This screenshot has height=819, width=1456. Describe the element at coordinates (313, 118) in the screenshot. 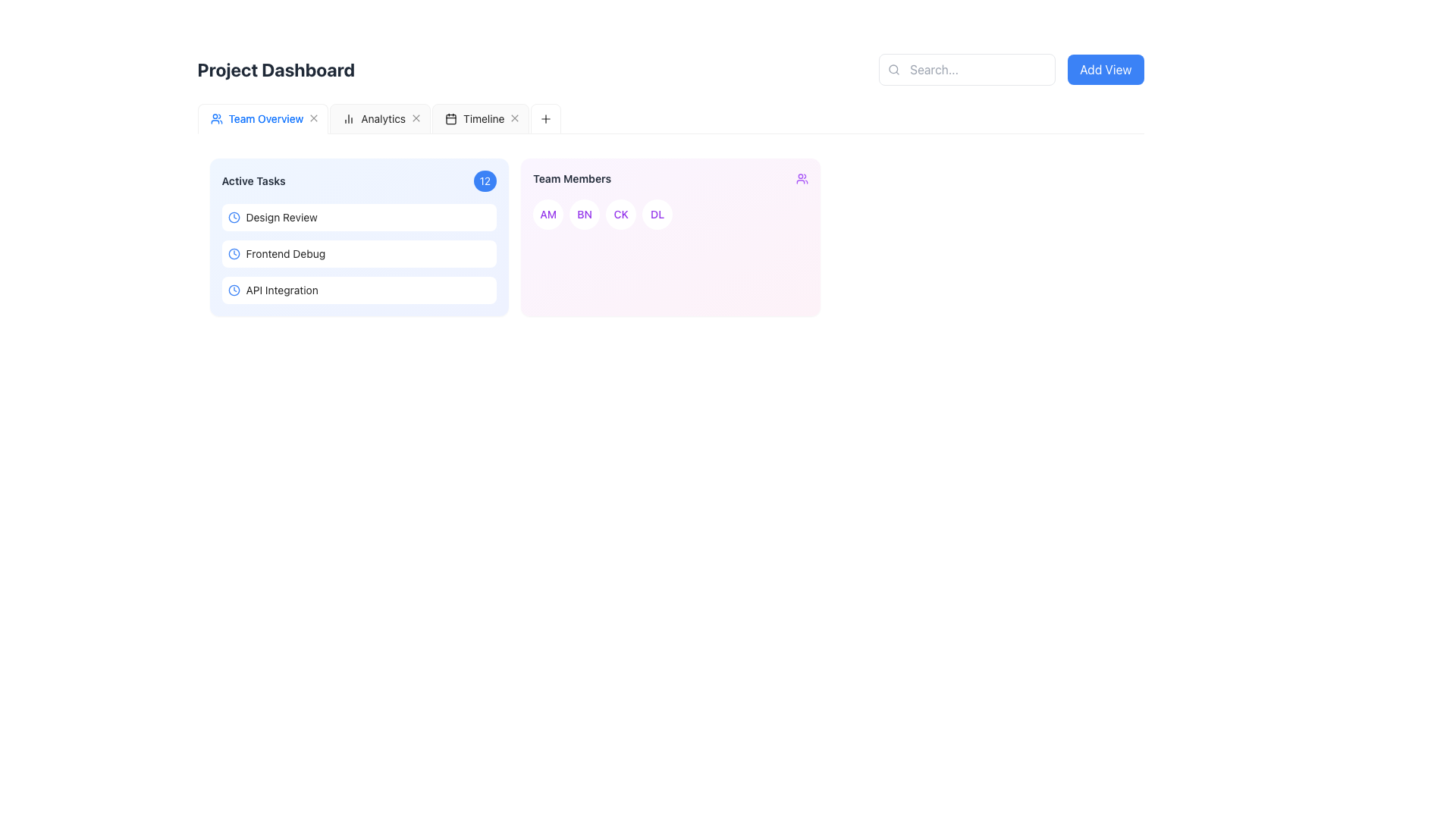

I see `the close button icon located in the 'Team Overview' tab of the navigation bar` at that location.